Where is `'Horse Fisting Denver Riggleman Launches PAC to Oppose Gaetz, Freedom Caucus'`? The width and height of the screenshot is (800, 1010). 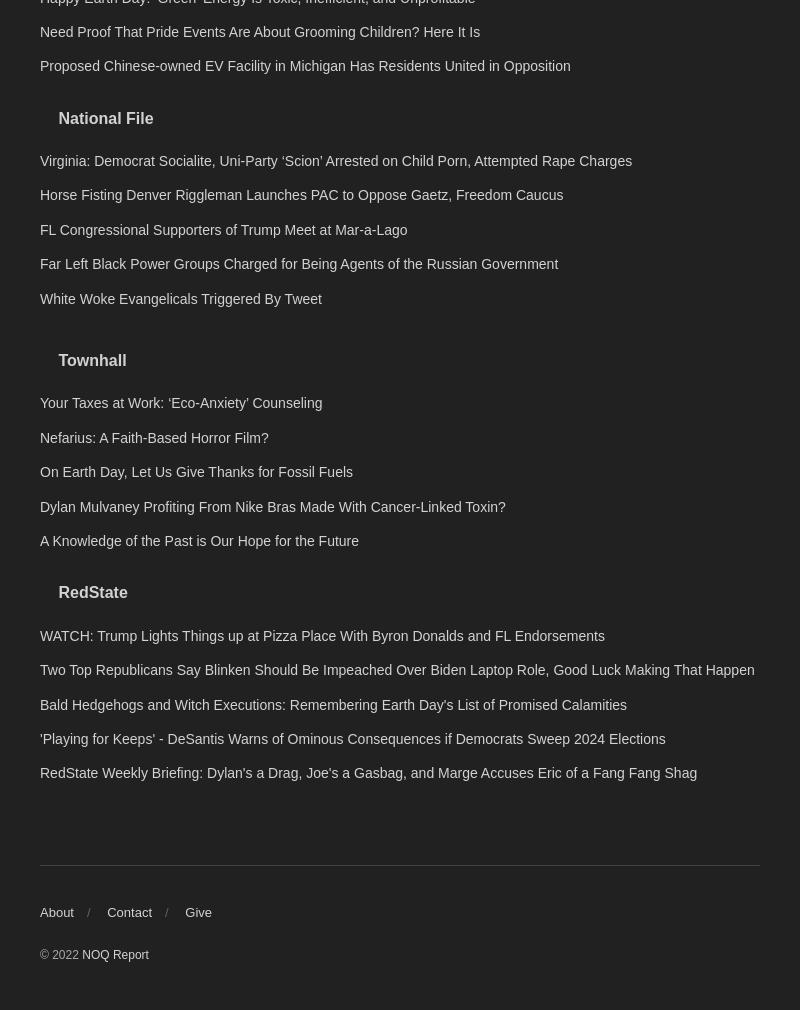 'Horse Fisting Denver Riggleman Launches PAC to Oppose Gaetz, Freedom Caucus' is located at coordinates (300, 475).